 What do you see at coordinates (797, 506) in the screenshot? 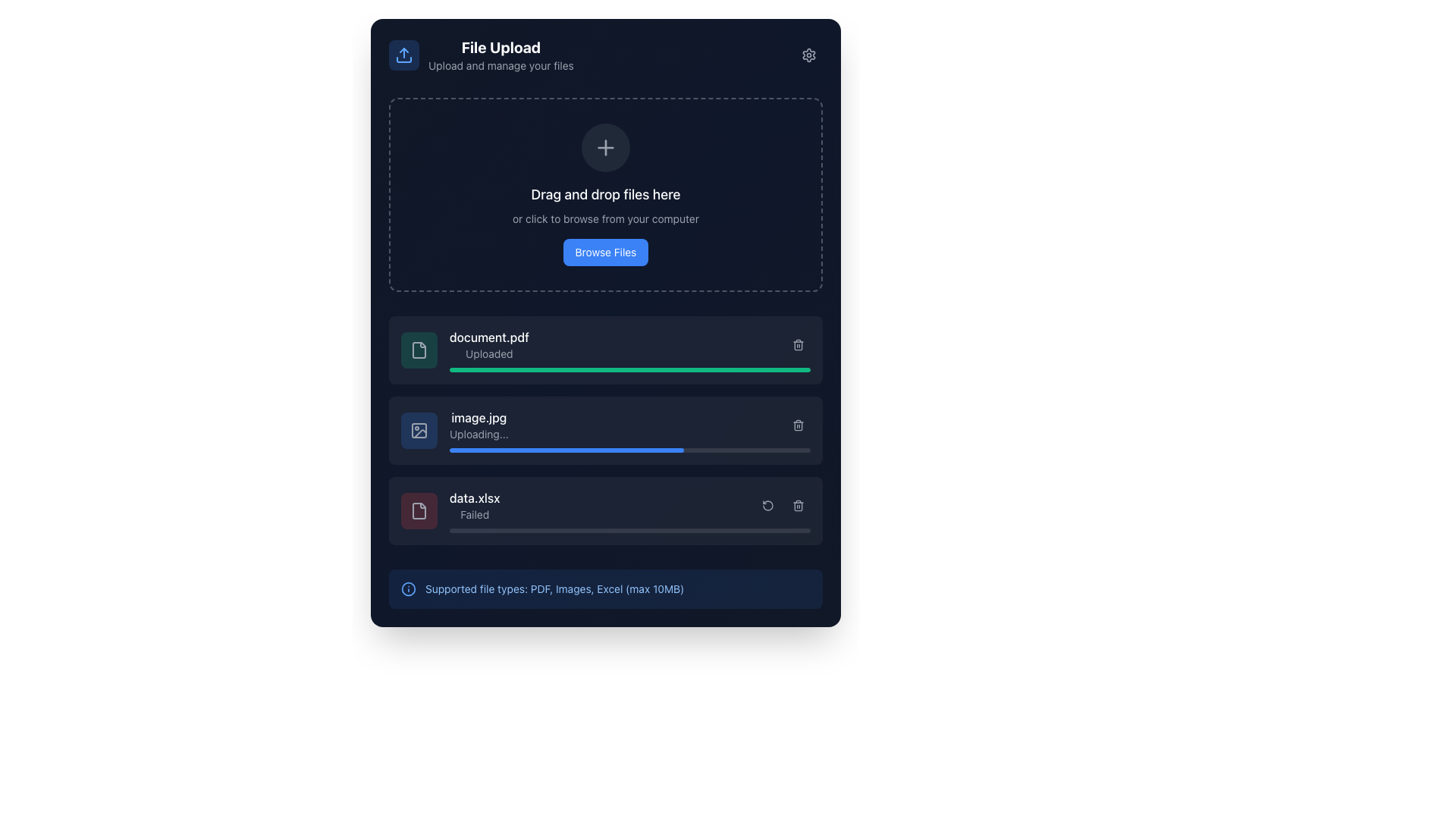
I see `the button` at bounding box center [797, 506].